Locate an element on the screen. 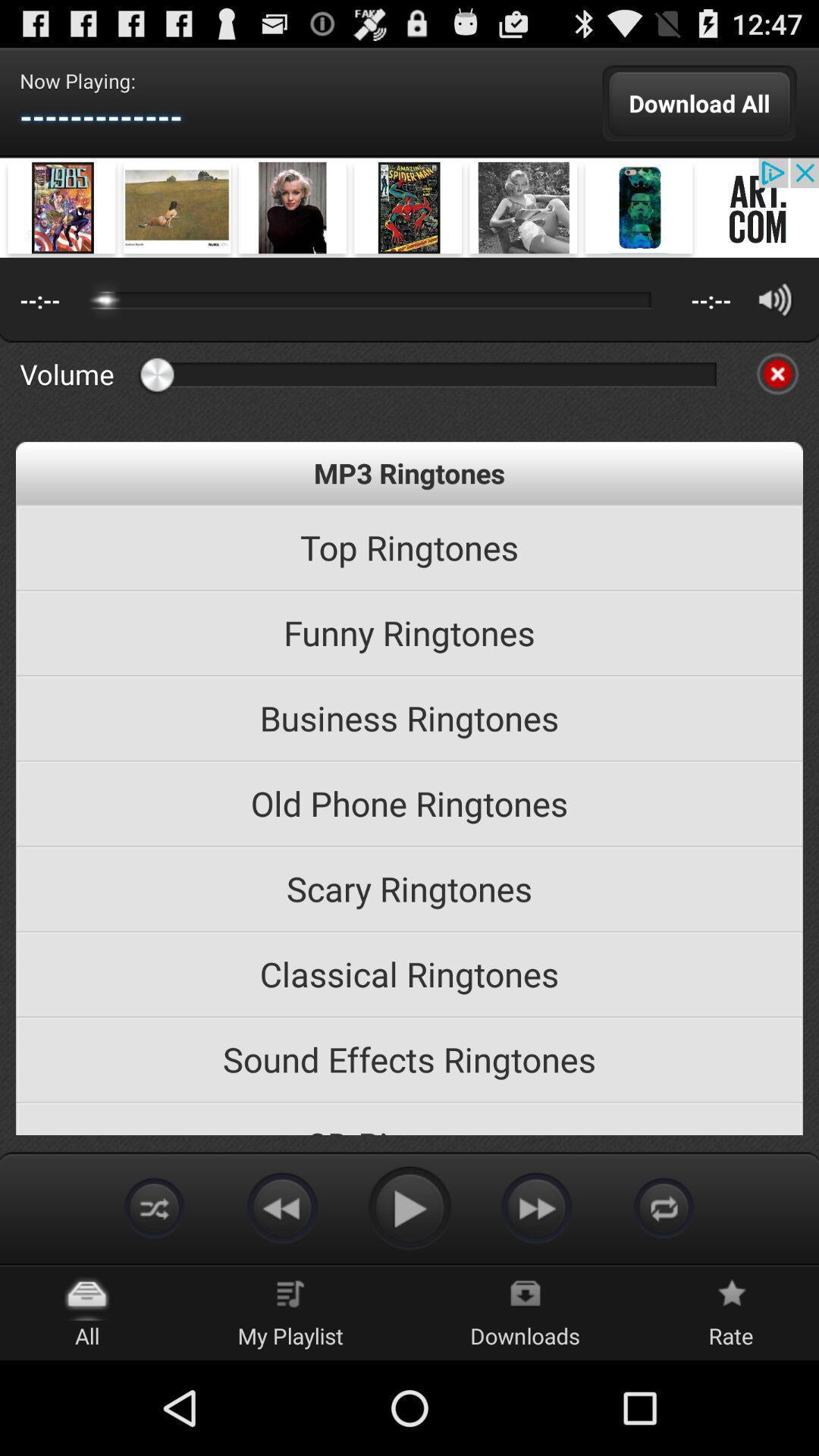  skip ahead is located at coordinates (536, 1207).